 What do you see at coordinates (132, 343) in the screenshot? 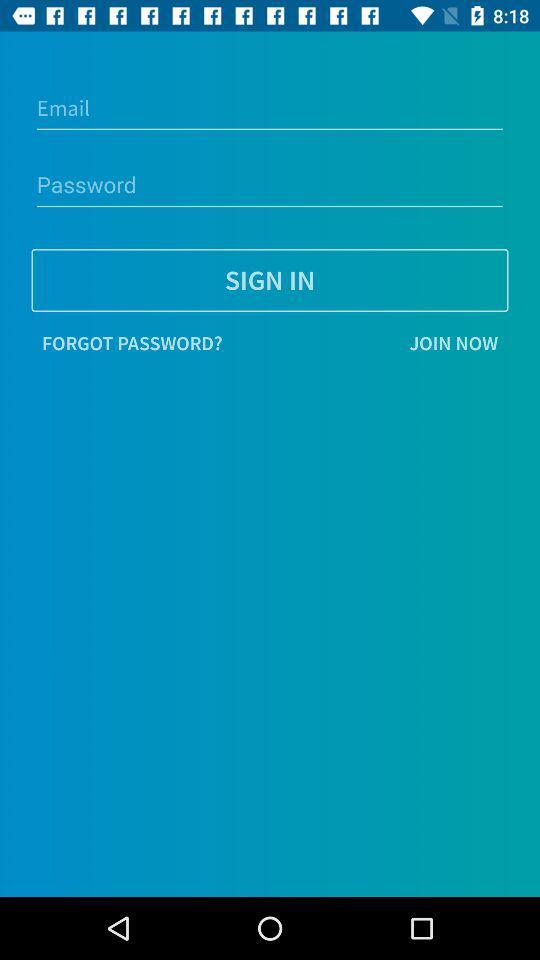
I see `forgot password? item` at bounding box center [132, 343].